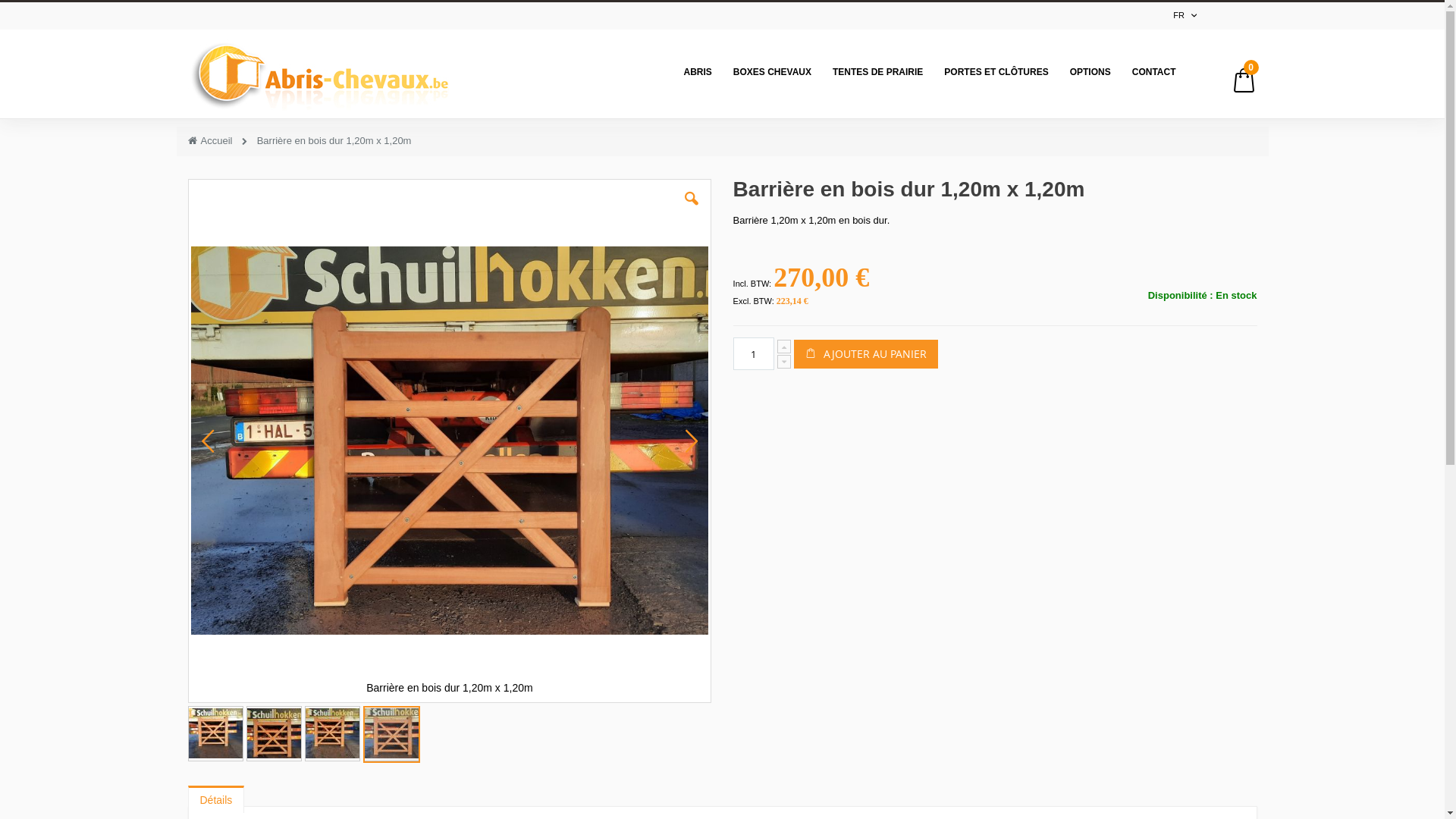  Describe the element at coordinates (697, 71) in the screenshot. I see `'ABRIS'` at that location.